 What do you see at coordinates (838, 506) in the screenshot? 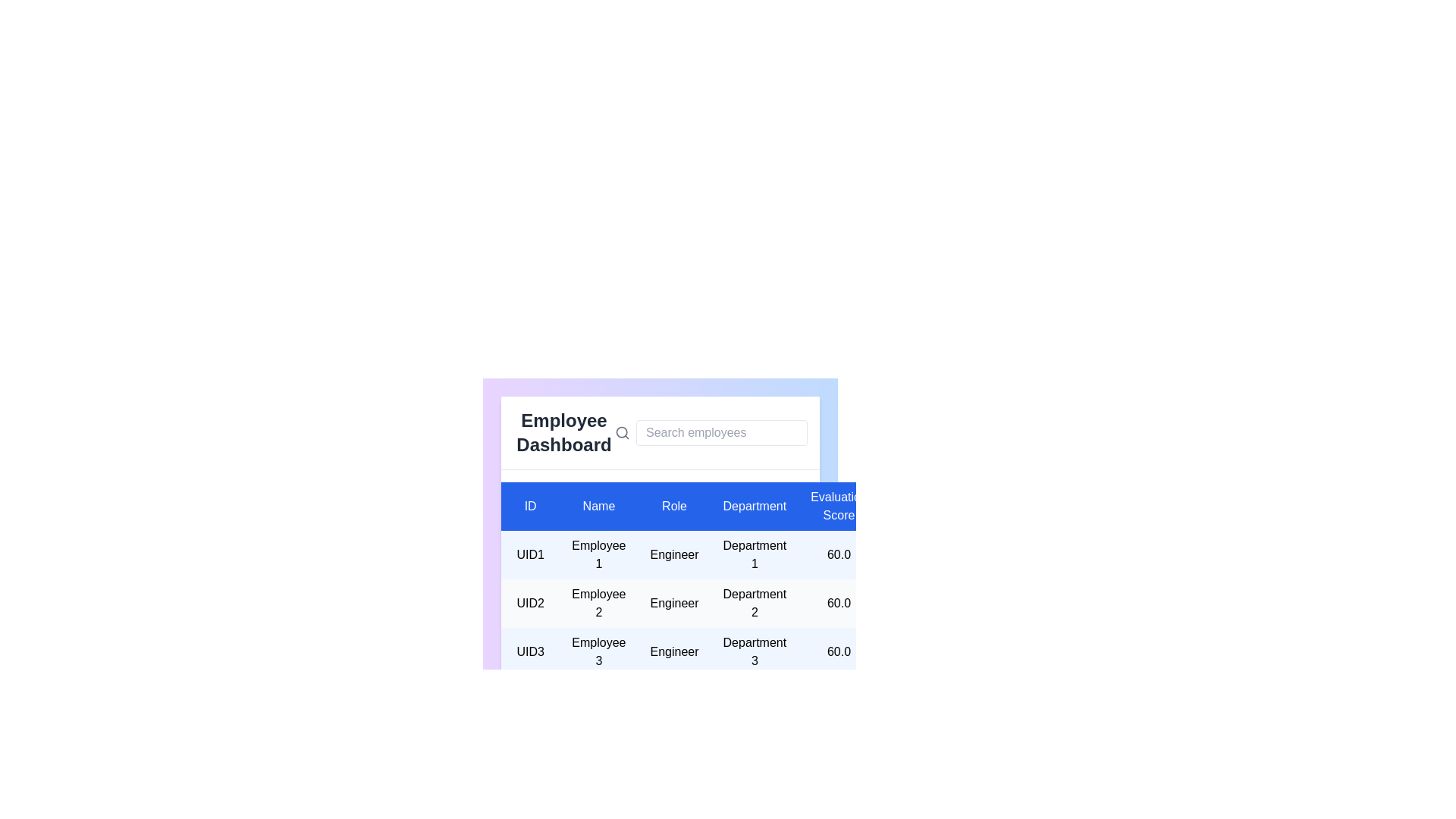
I see `the table header labeled 'Evaluation Score' to highlight the respective column` at bounding box center [838, 506].